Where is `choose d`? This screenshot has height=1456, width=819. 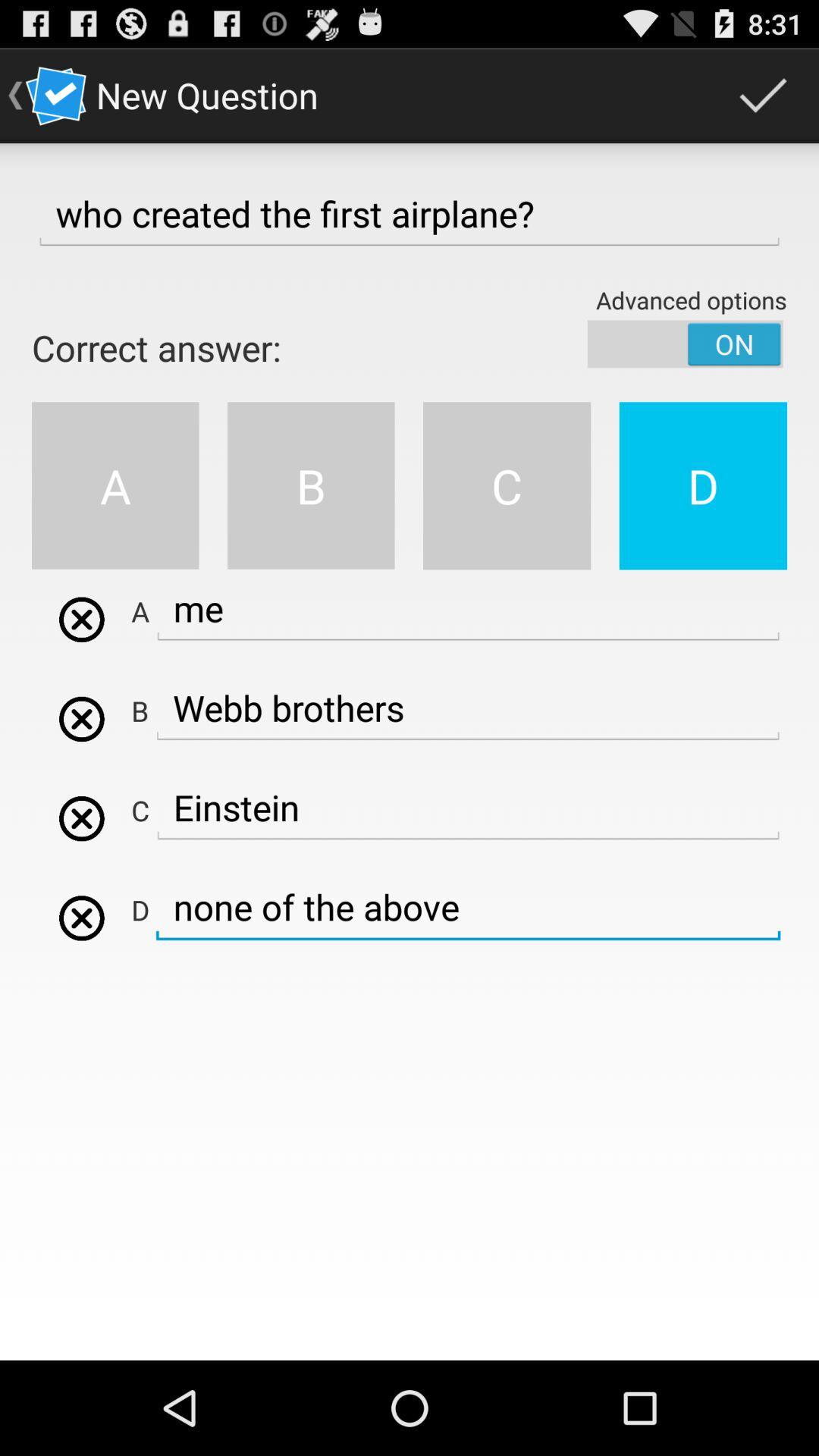 choose d is located at coordinates (81, 917).